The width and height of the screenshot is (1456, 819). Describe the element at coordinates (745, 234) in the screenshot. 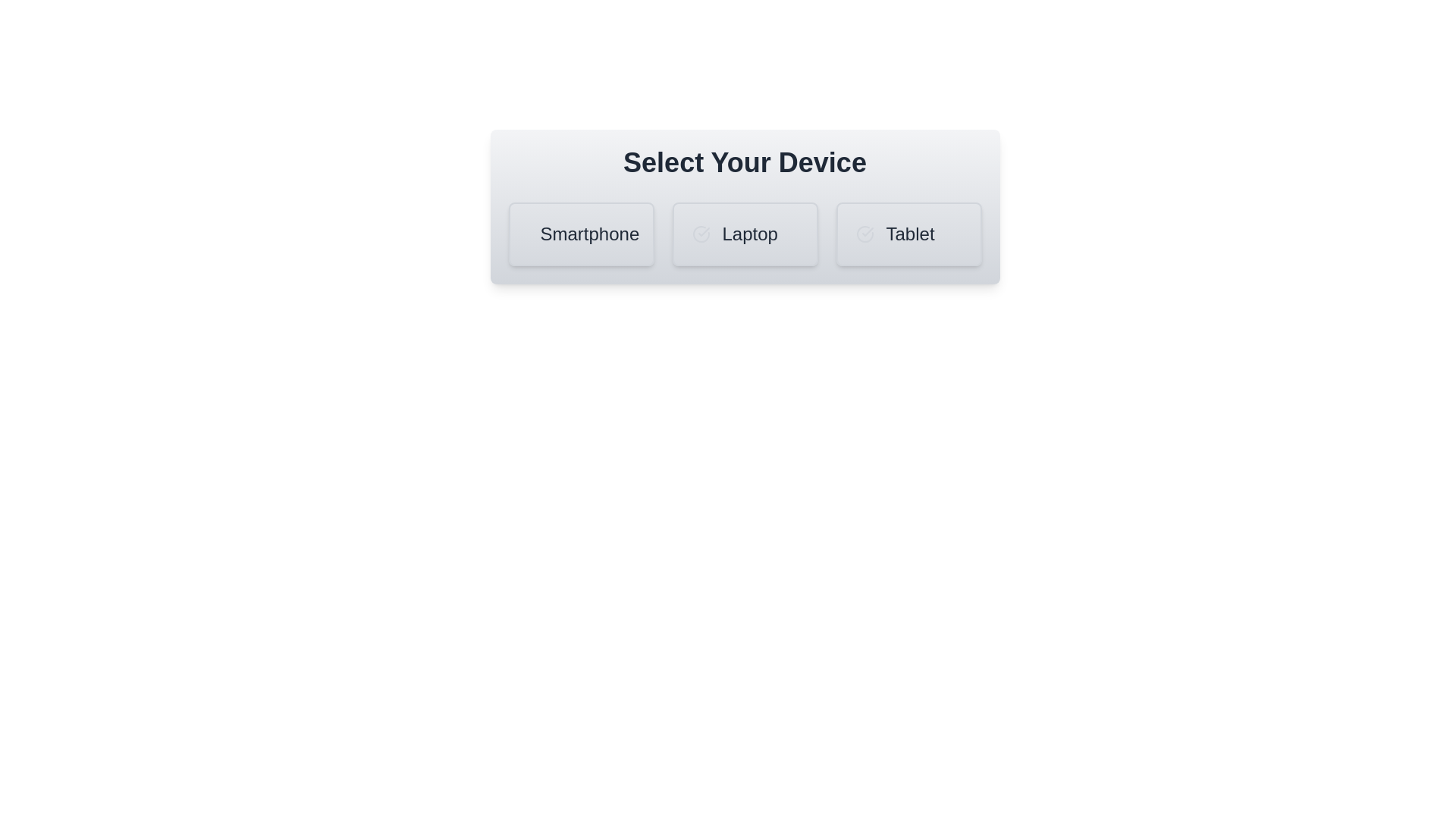

I see `the central radio button option labeled 'Laptop' with an icon of a check within a circle` at that location.